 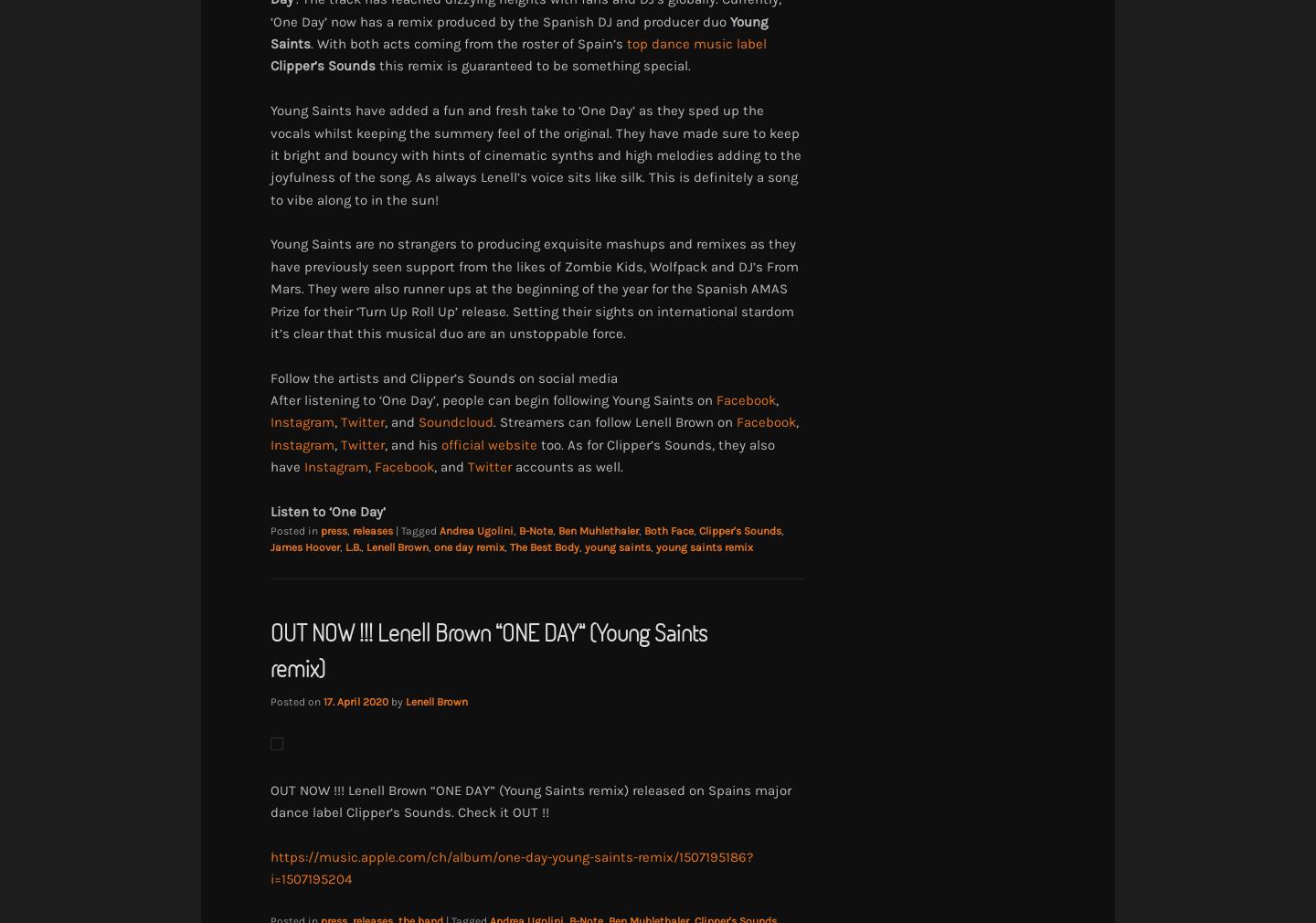 What do you see at coordinates (475, 529) in the screenshot?
I see `'Andrea Ugolini'` at bounding box center [475, 529].